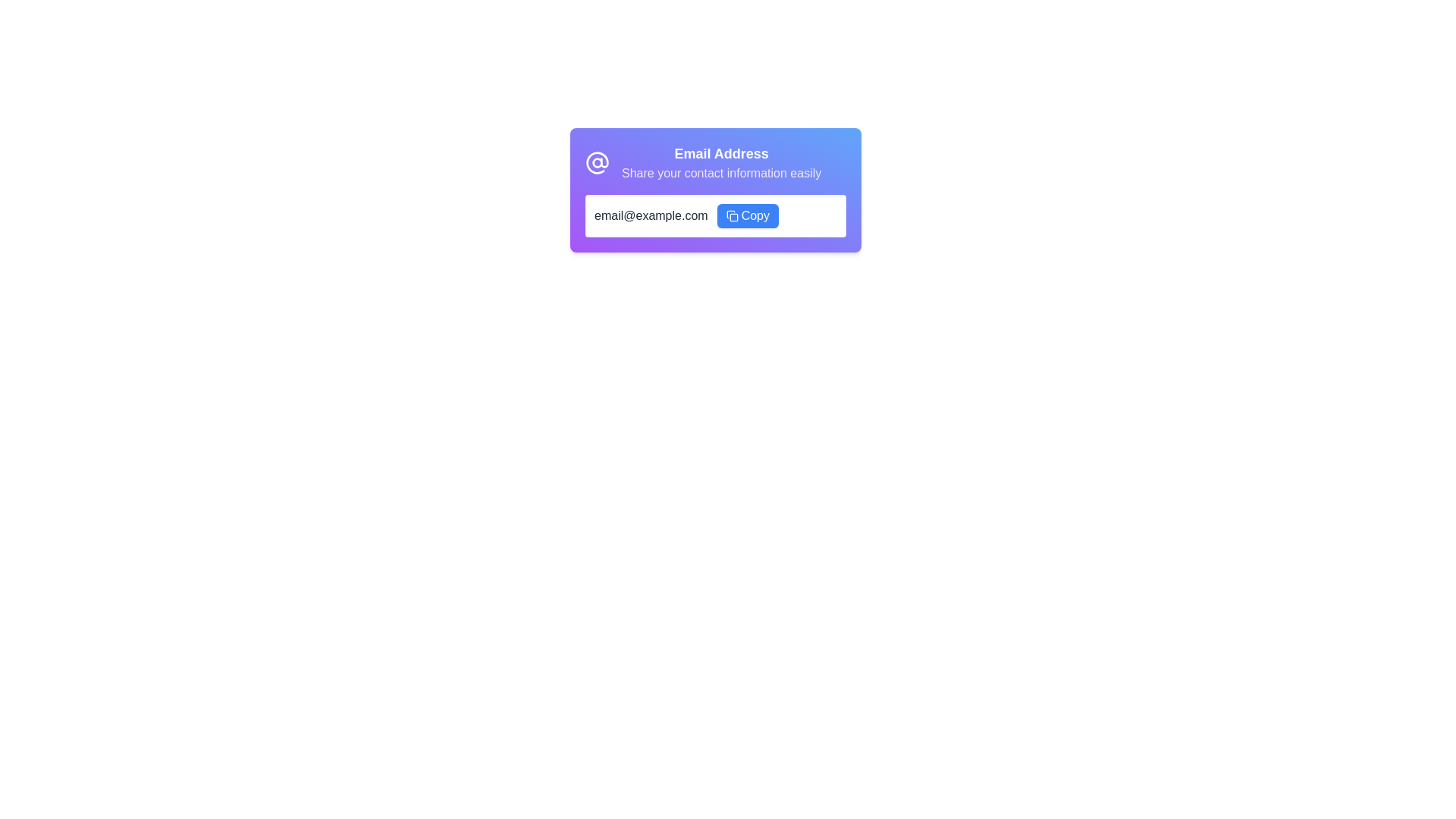 This screenshot has height=819, width=1456. What do you see at coordinates (715, 216) in the screenshot?
I see `the 'Copy' button in the email display element to trigger hover effects` at bounding box center [715, 216].